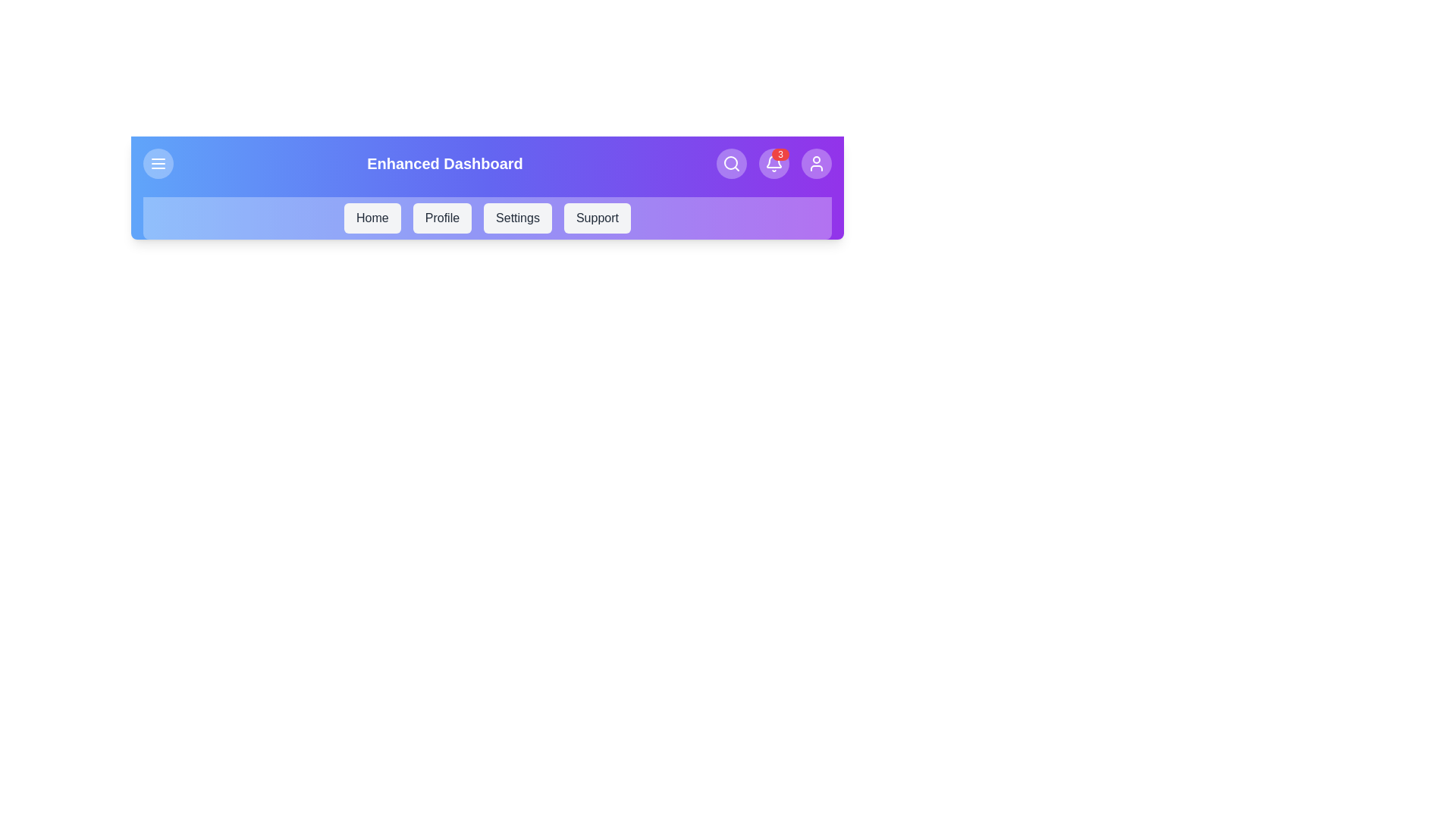 The image size is (1456, 819). Describe the element at coordinates (441, 218) in the screenshot. I see `the menu item labeled Profile` at that location.